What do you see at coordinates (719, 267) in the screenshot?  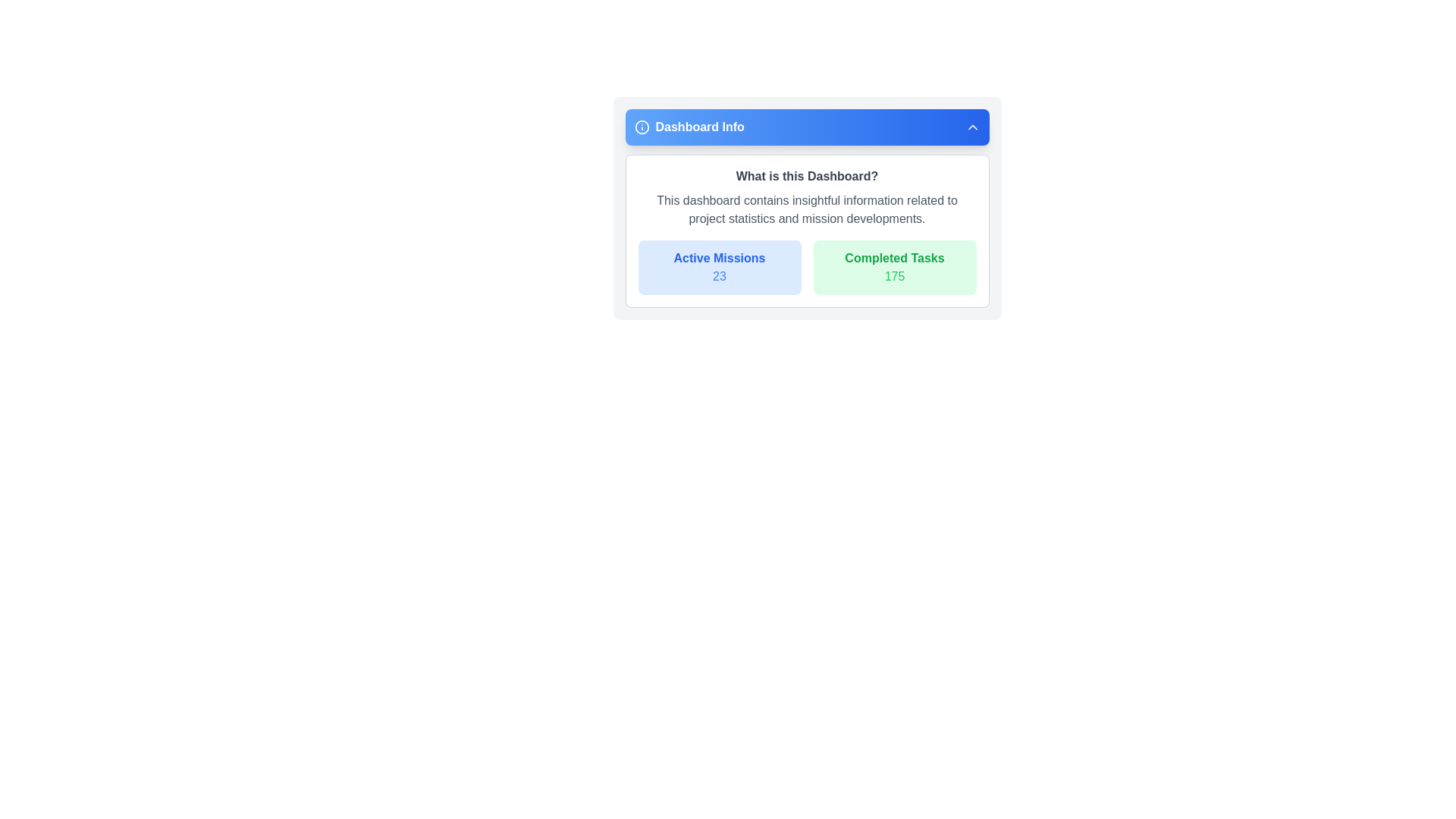 I see `the static informational display panel labeled 'Active Missions' which shows the current count of 23 related items` at bounding box center [719, 267].